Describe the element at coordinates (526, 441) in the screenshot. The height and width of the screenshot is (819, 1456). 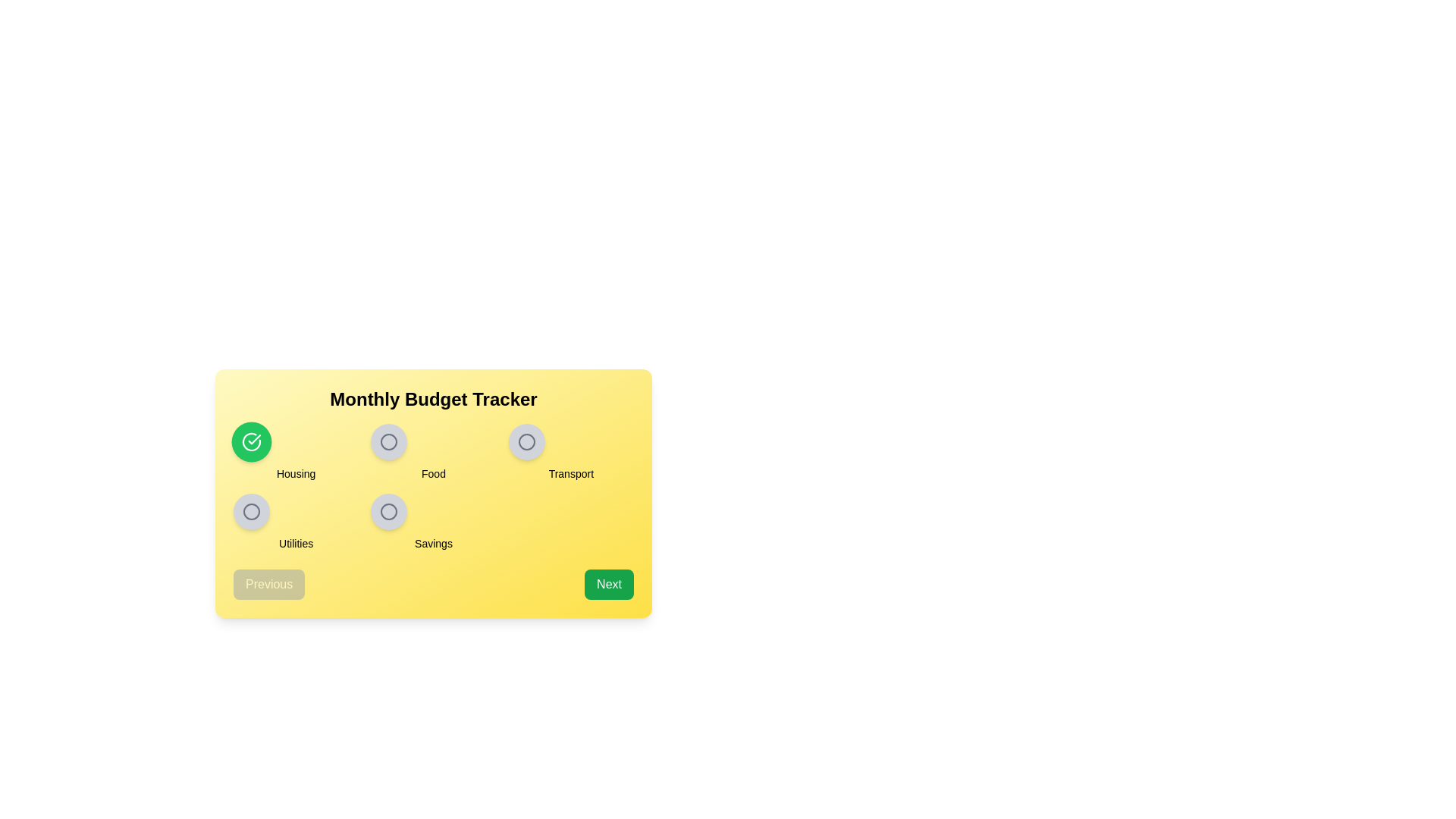
I see `the circular icon indicating the 'Transport' option within the radio button interface in the 'Monthly Budget Tracker' dialog` at that location.